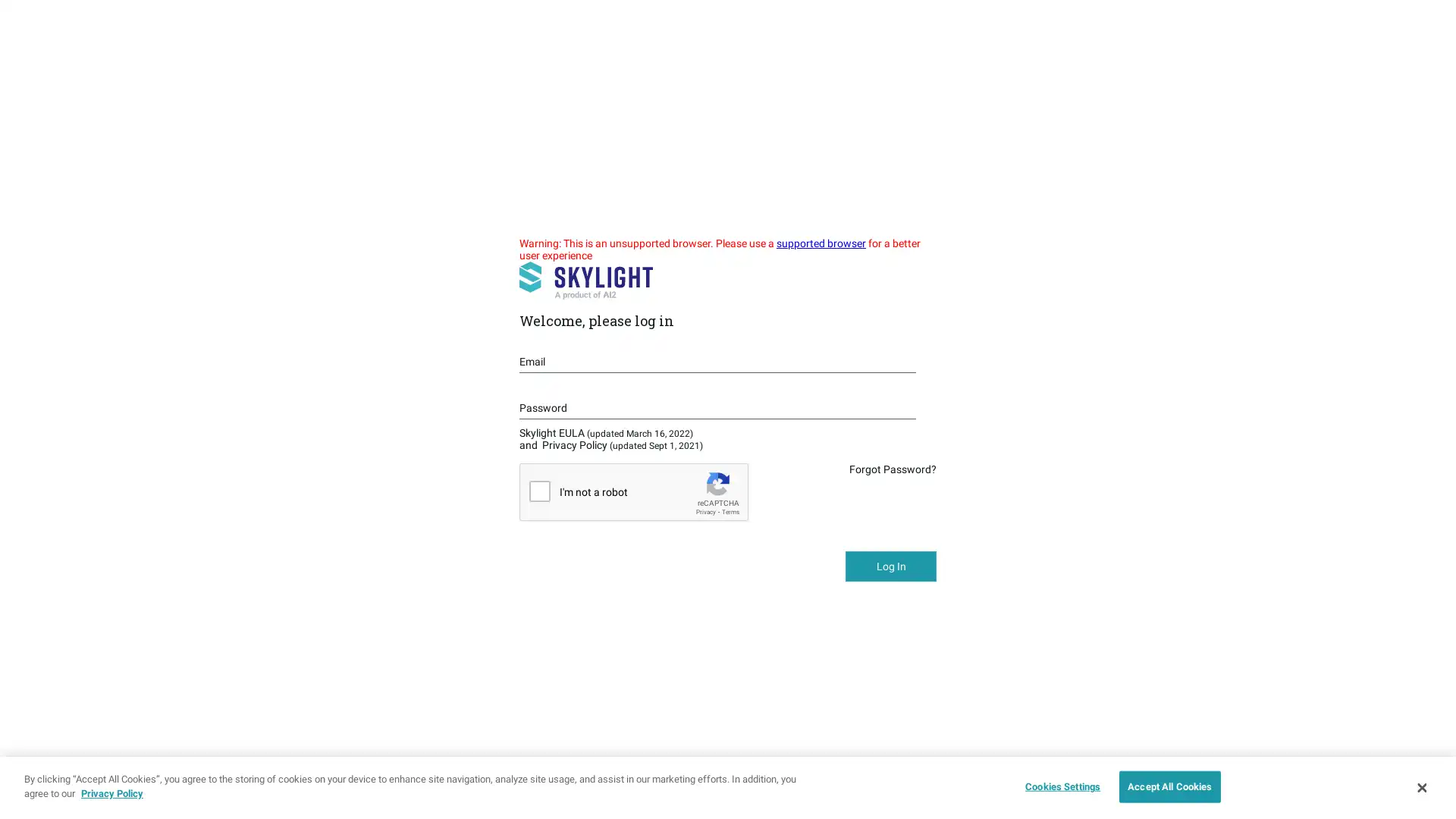 The height and width of the screenshot is (819, 1456). I want to click on Close, so click(1420, 786).